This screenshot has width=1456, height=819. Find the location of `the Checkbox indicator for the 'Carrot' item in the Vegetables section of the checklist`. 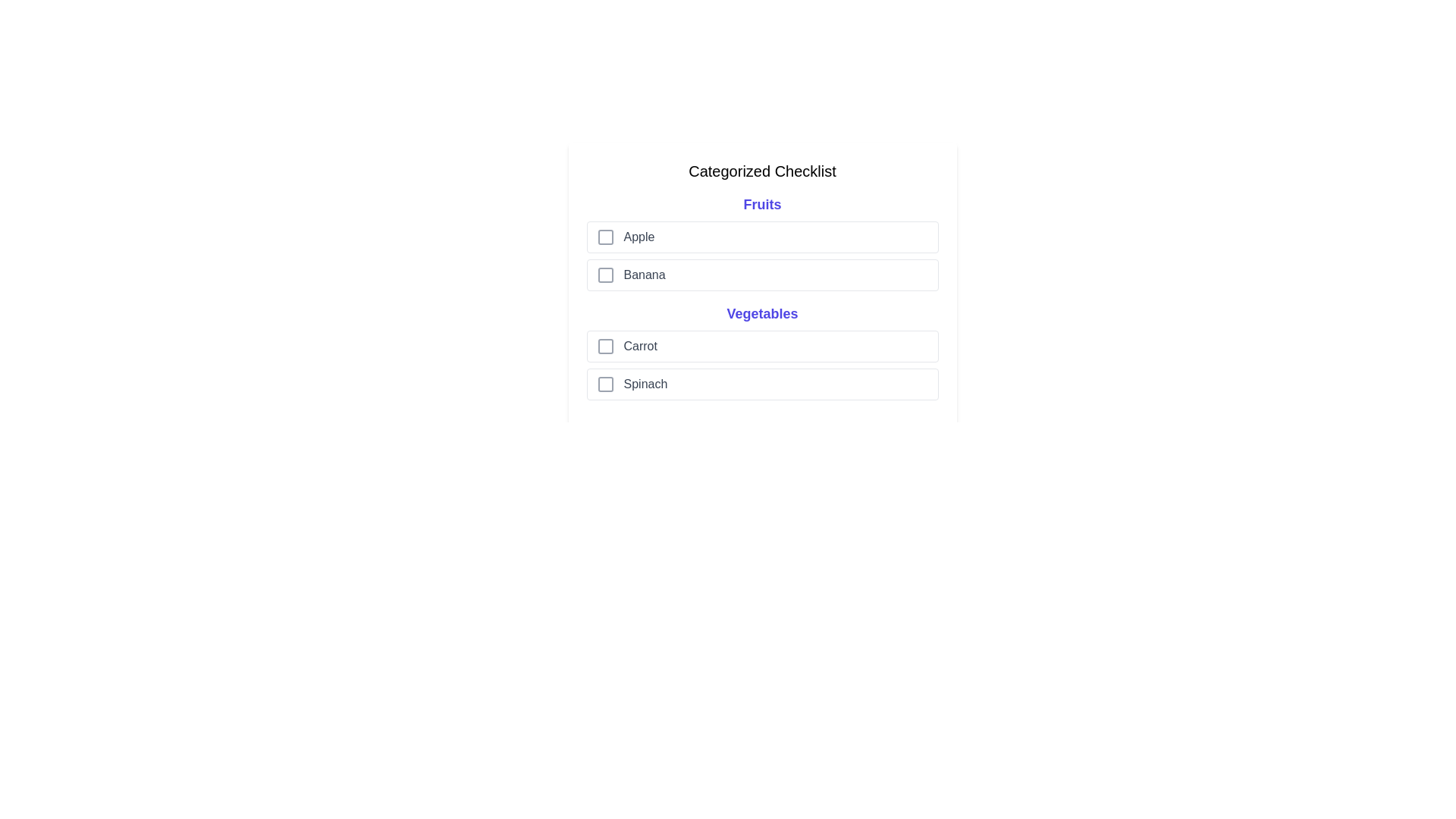

the Checkbox indicator for the 'Carrot' item in the Vegetables section of the checklist is located at coordinates (604, 346).